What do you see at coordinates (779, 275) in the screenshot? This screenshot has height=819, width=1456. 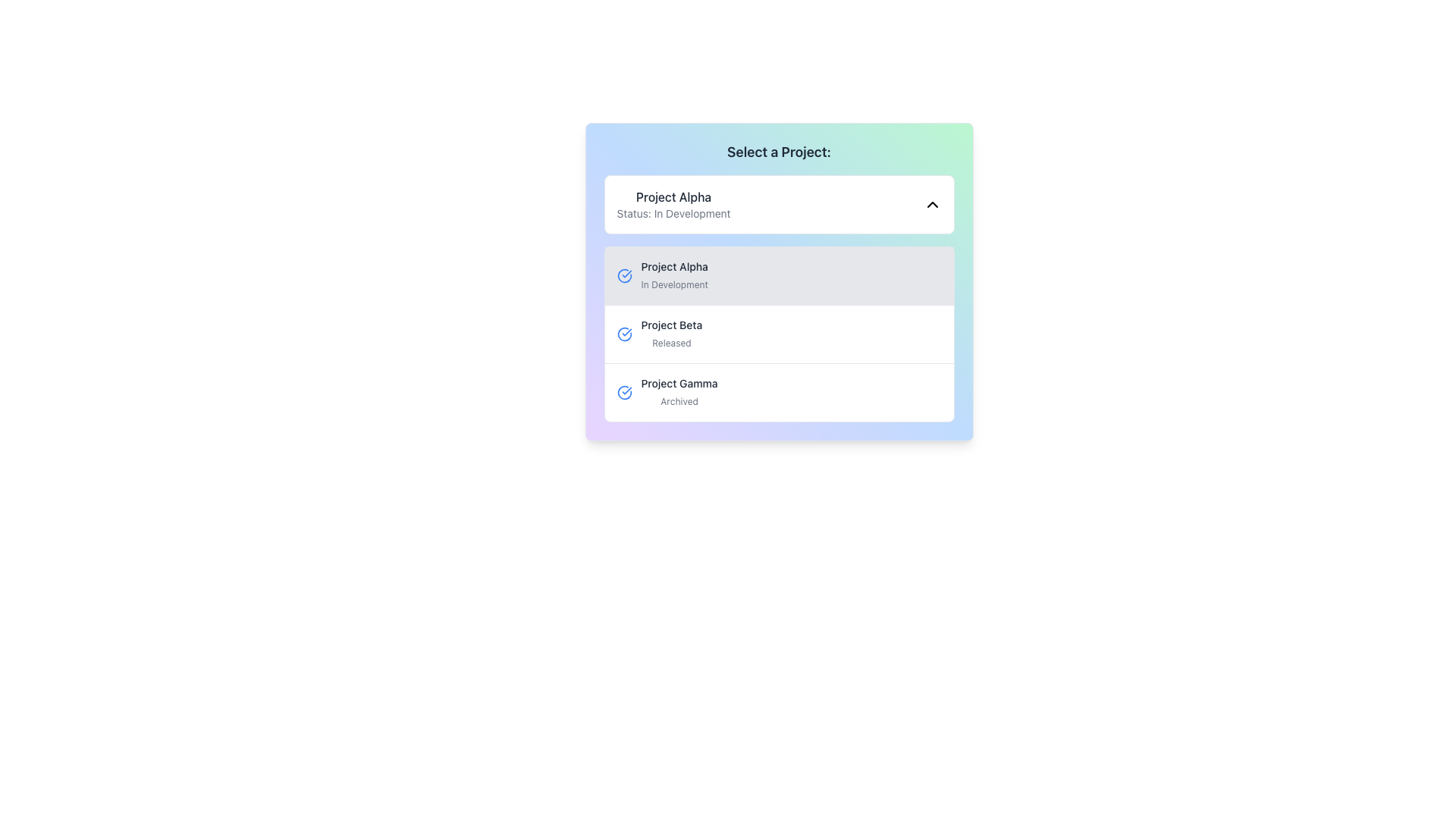 I see `the clickable list item labeled 'Project Alpha' which has a blue circular icon with a checkmark and two lines of text, from its current position` at bounding box center [779, 275].